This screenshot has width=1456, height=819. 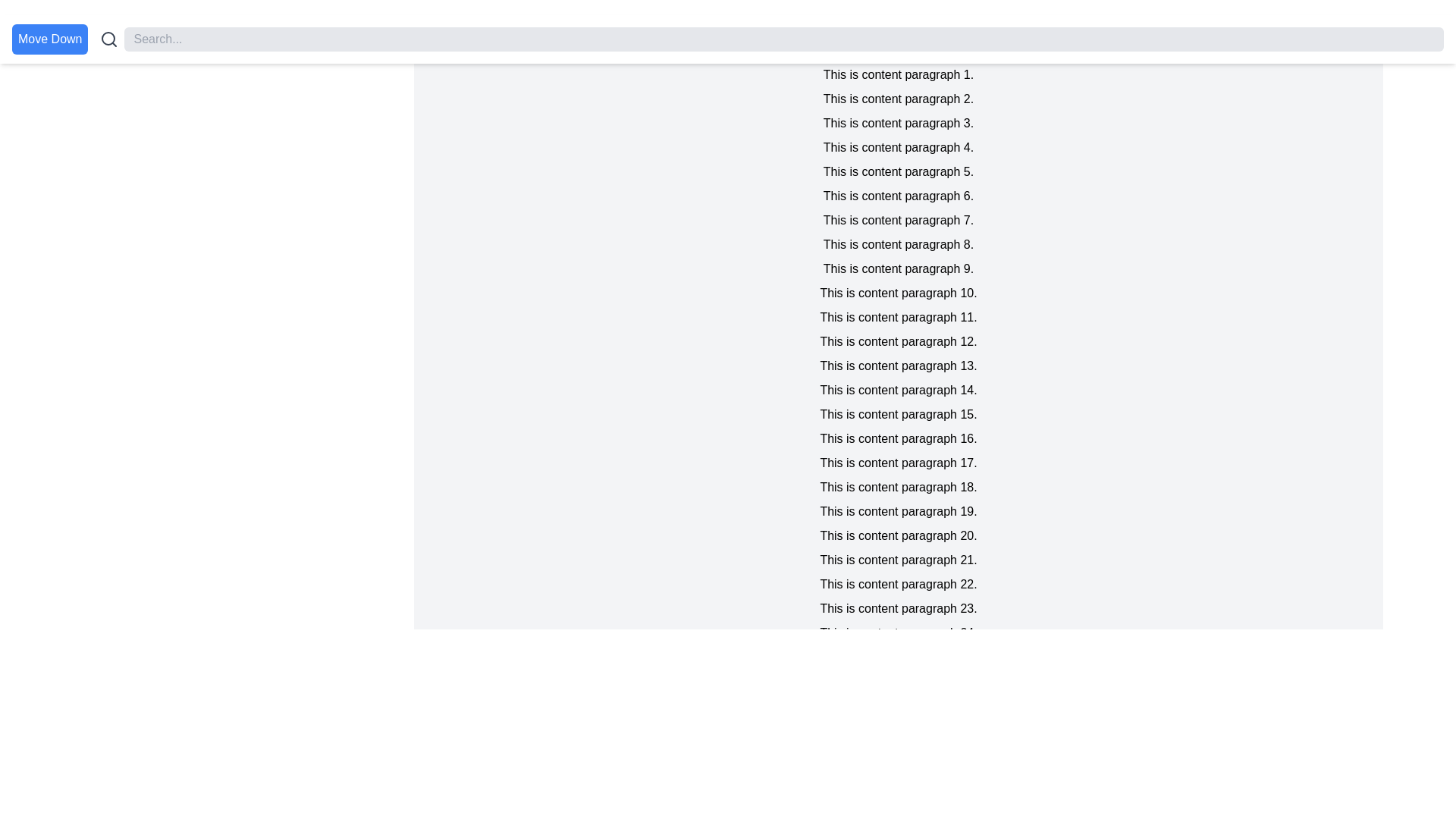 I want to click on the 10th paragraph which says 'This is content paragraph 10.', so click(x=899, y=293).